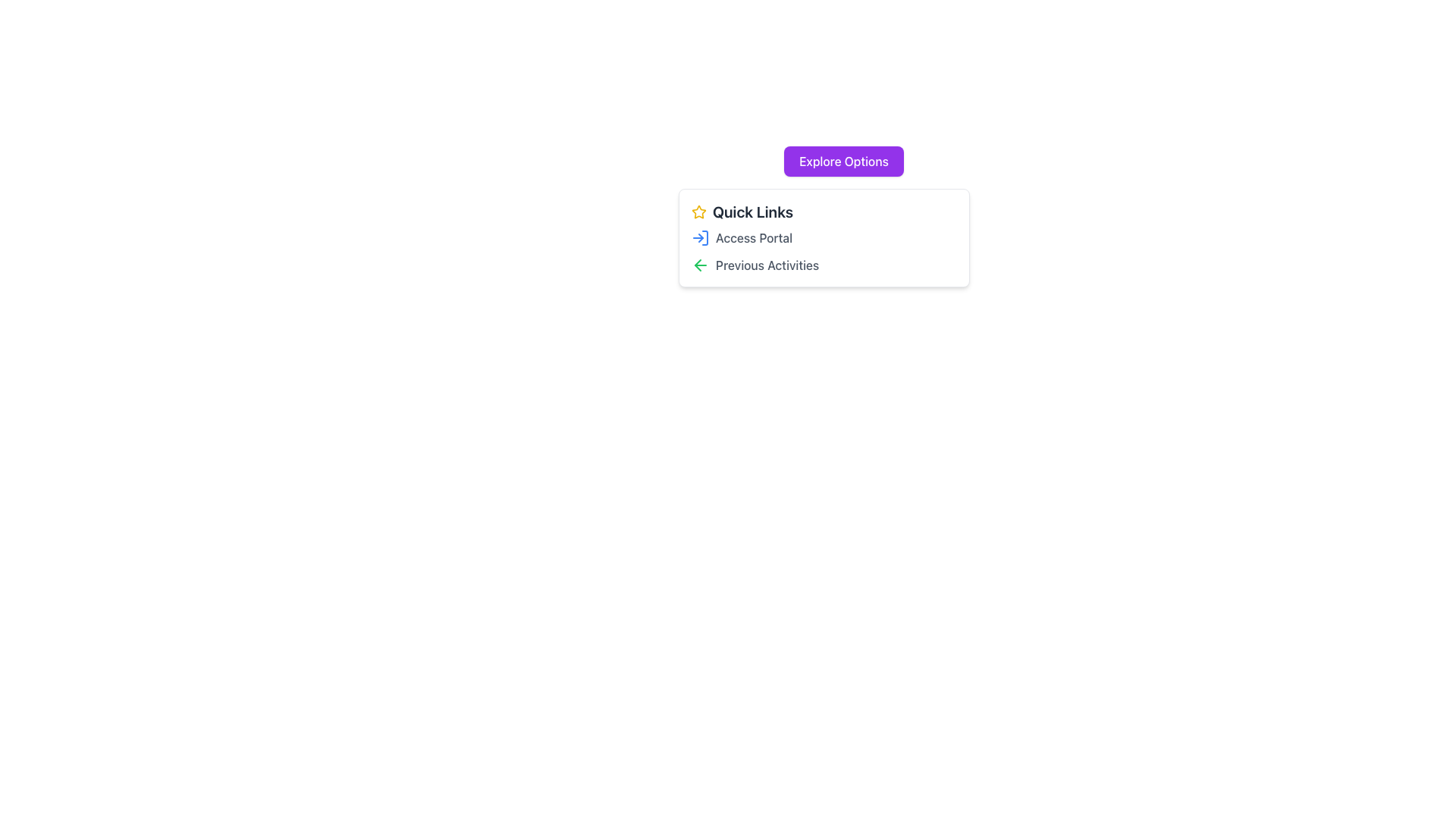 This screenshot has width=1456, height=819. What do you see at coordinates (767, 265) in the screenshot?
I see `the 'Previous Activities' hyperlink in the 'Quick Links' menu` at bounding box center [767, 265].